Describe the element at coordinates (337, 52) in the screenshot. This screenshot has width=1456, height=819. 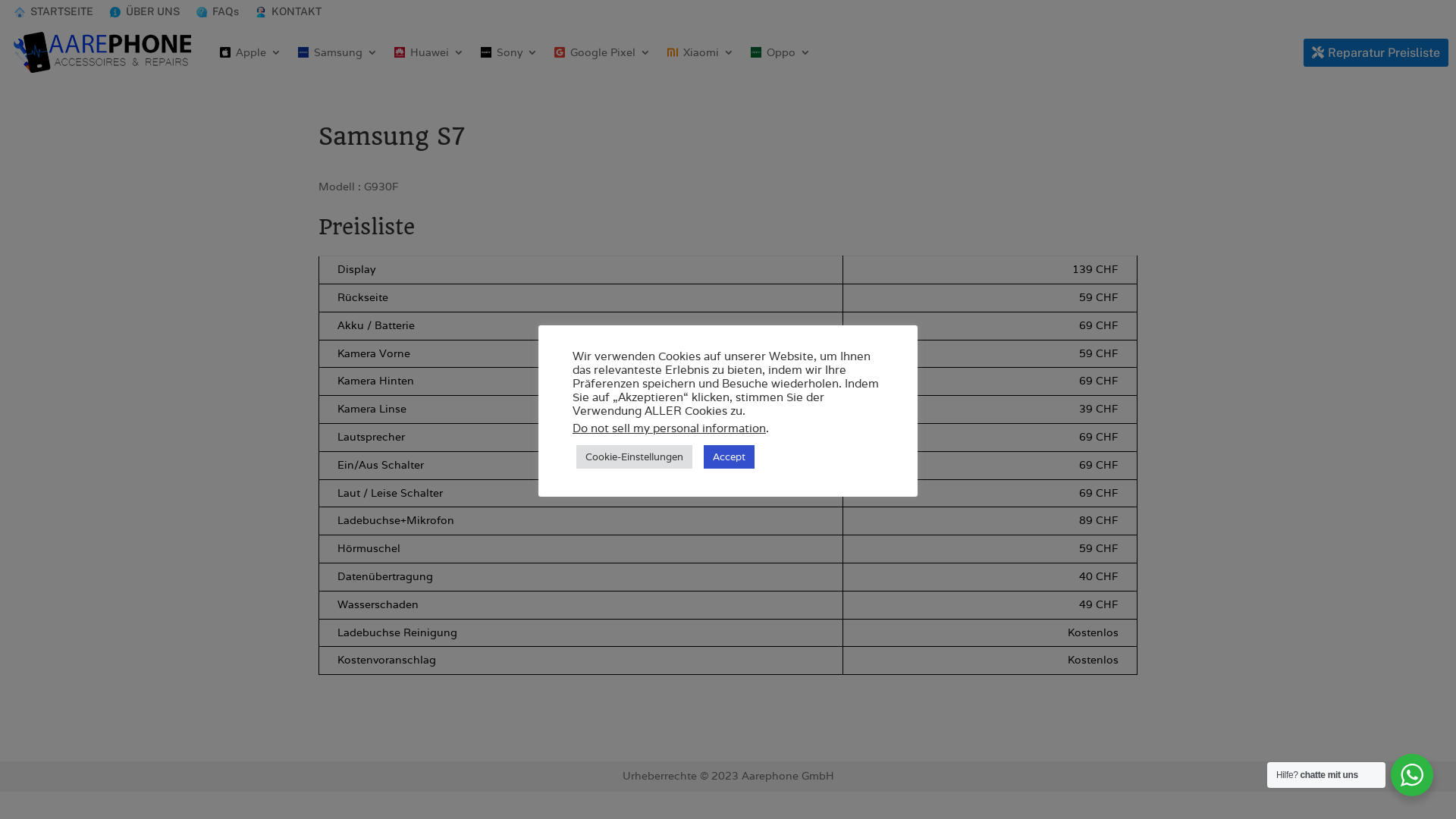
I see `'Samsung'` at that location.